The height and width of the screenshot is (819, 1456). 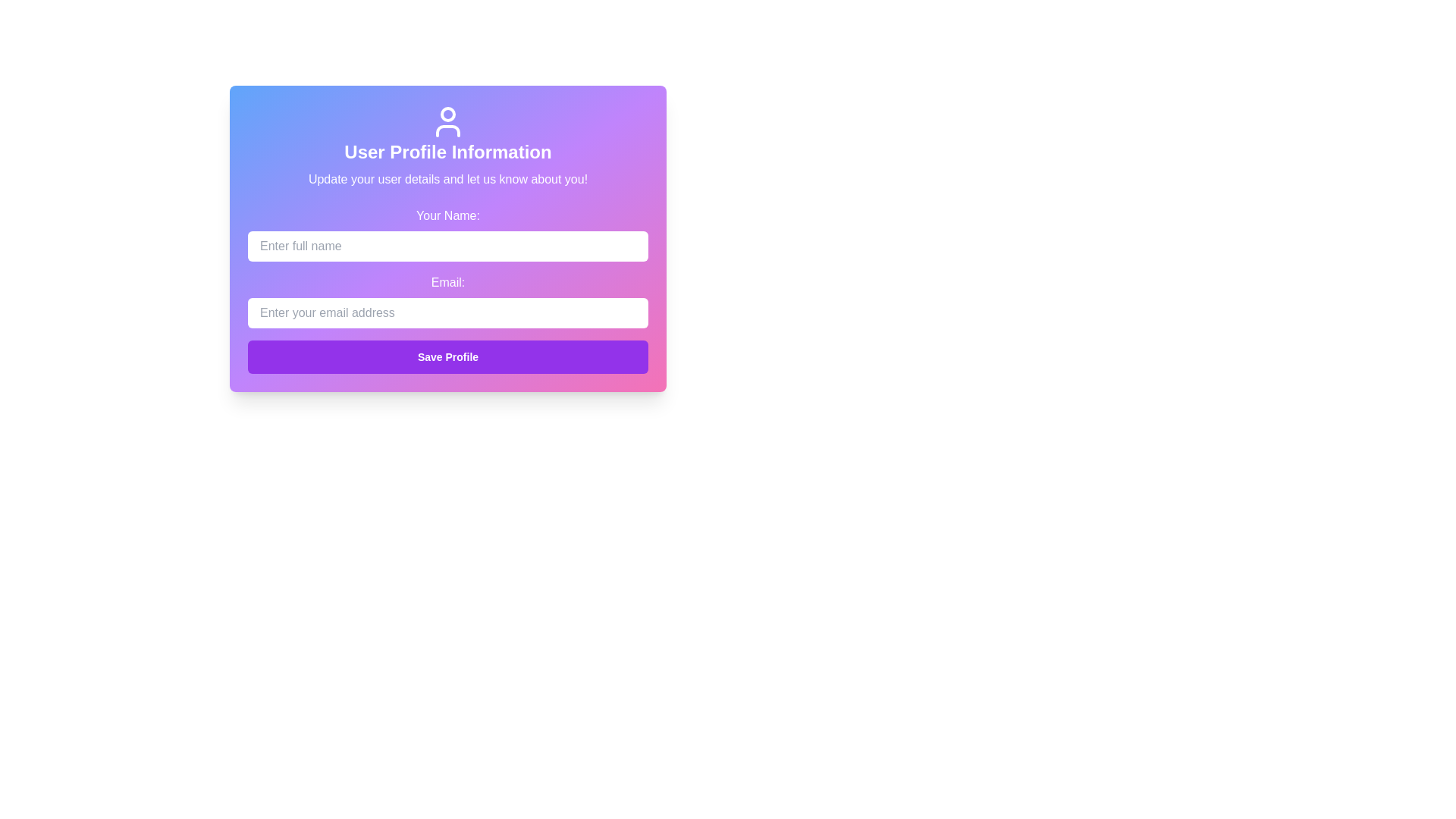 What do you see at coordinates (447, 130) in the screenshot?
I see `the bottom component of the user profile icon, which is part of its outline, located at the top of the central card` at bounding box center [447, 130].